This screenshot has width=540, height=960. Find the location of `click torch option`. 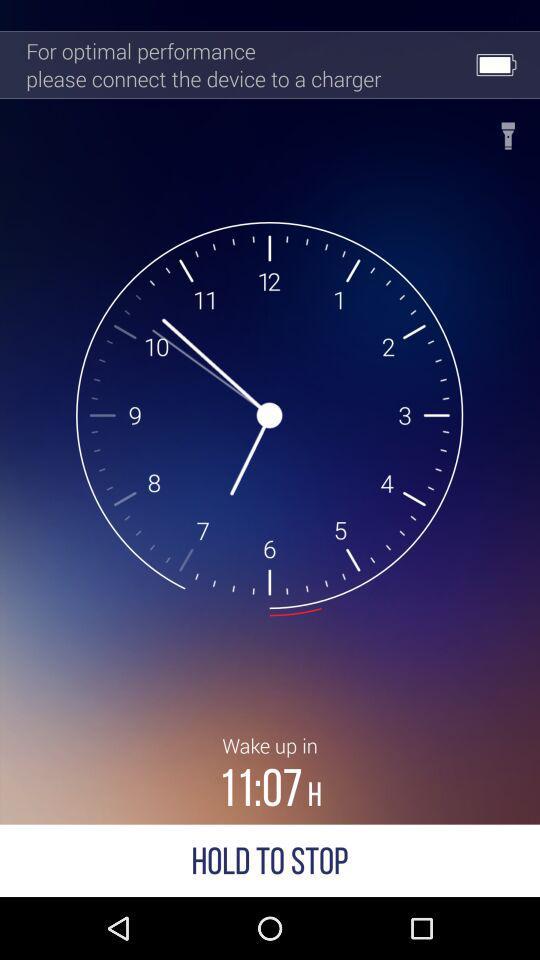

click torch option is located at coordinates (508, 129).